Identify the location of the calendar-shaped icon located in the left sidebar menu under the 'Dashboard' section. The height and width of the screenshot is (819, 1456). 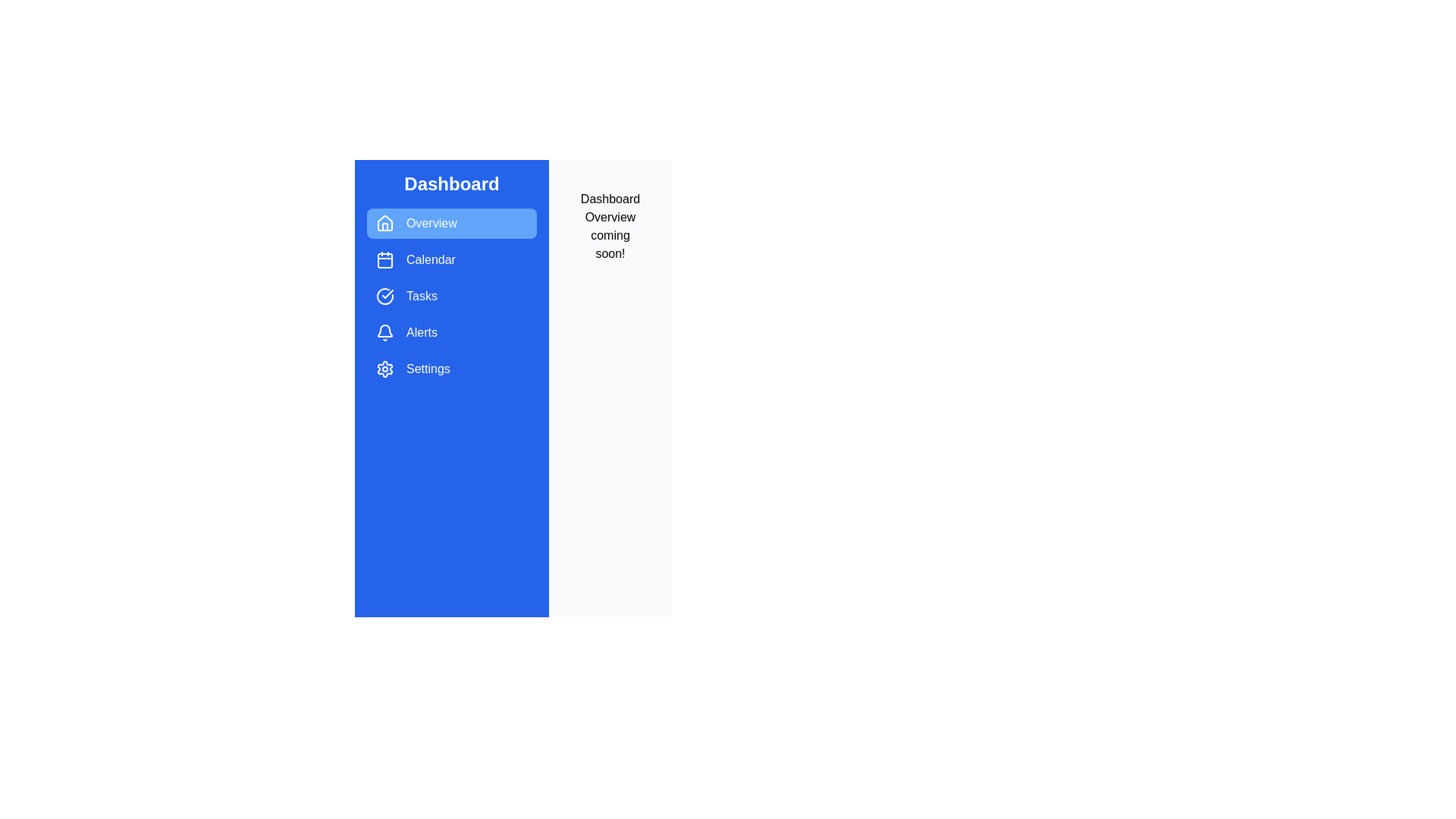
(385, 259).